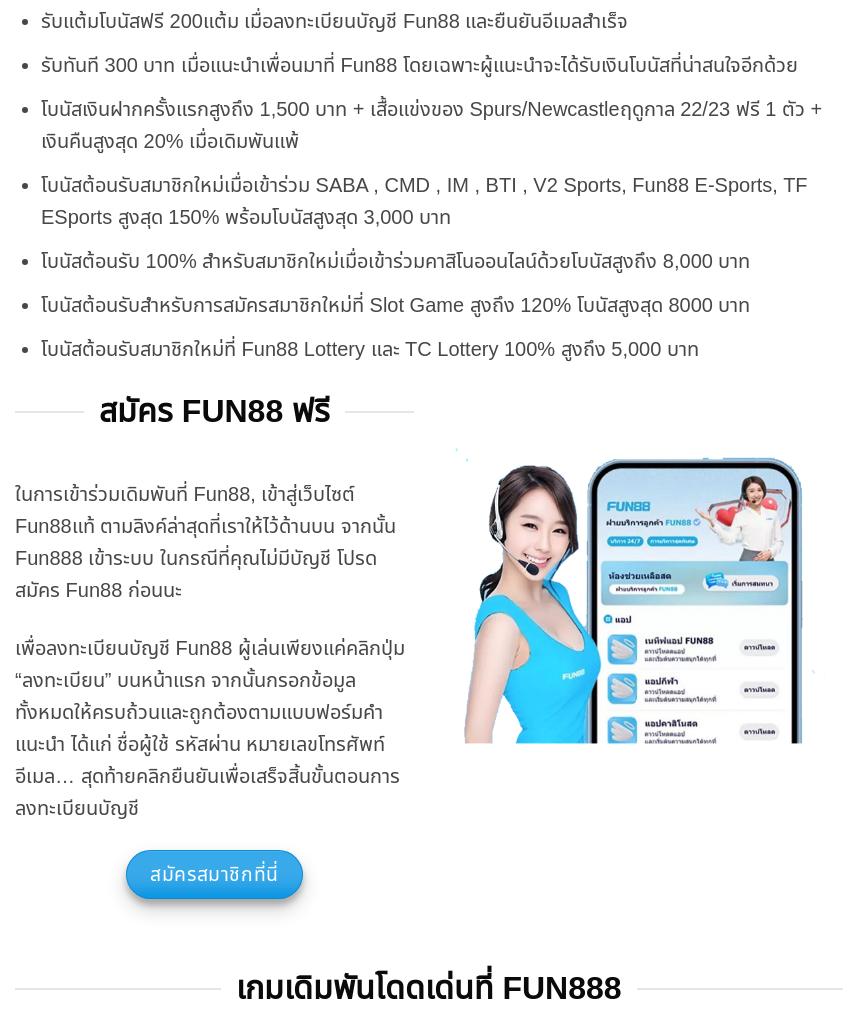 Image resolution: width=858 pixels, height=1033 pixels. I want to click on 'เพื่อลงทะเบียนบัญชี Fun88 ผู้เล่นเพียงแค่คลิกปุ่ม “ลงทะเบียน” บนหน้าแรก จากนั้นกรอกข้อมูลทั้งหมดให้ครบถ้วนและถูกต้องตามแบบฟอร์มคำแนะนำ ได้แก่ ชื่อผู้ใช้ รหัสผ่าน หมายเลขโทรศัพท์ อีเมล… สุดท้ายคลิกยืนยันเพื่อเสร็จสิ้นขั้นตอนการลงทะเบียนบัญชี', so click(209, 727).